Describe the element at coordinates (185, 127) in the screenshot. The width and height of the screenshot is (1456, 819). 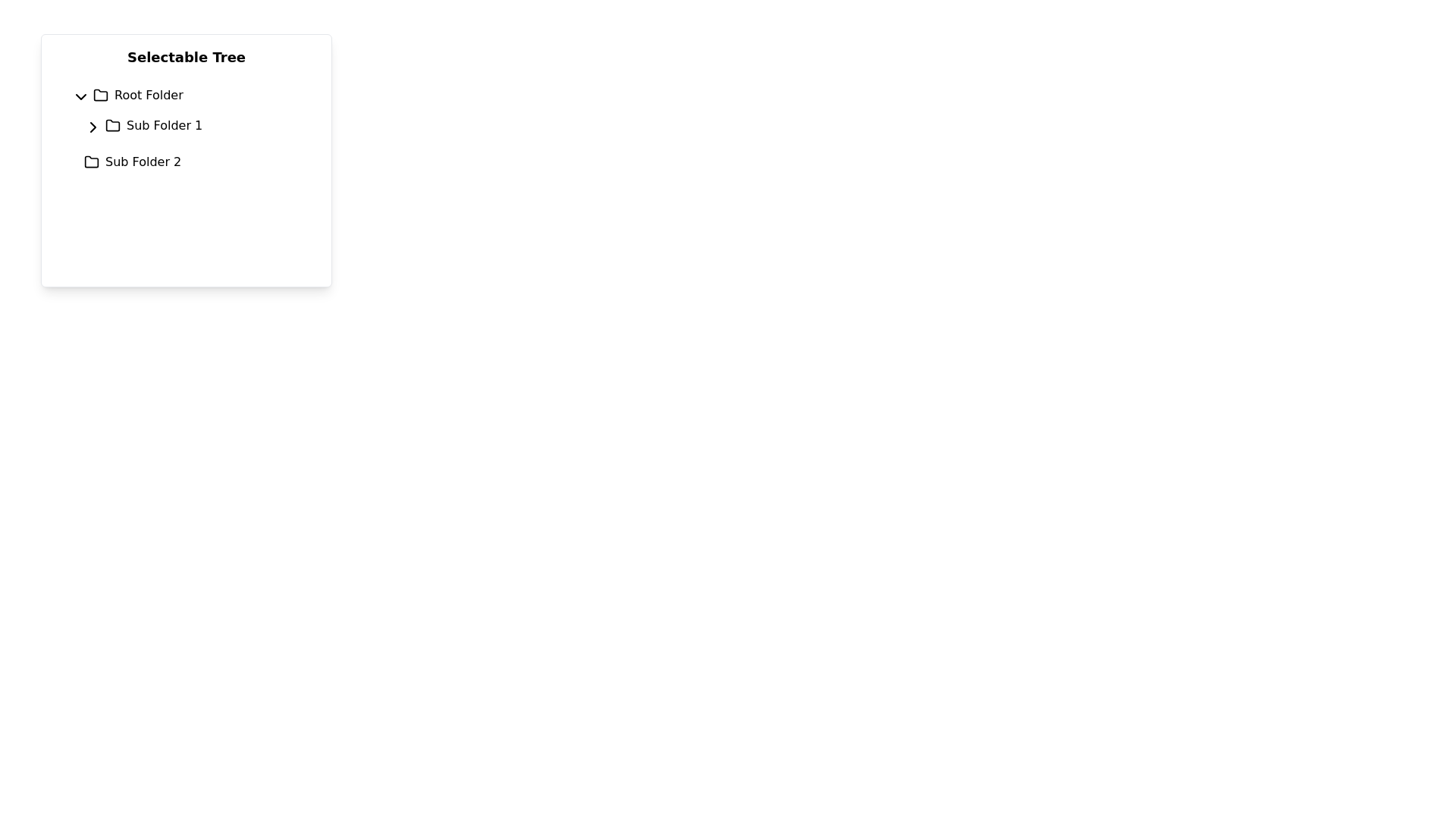
I see `the Tree View element displaying a hierarchical structure with a root folder named 'Root Folder' and two subfolders, 'Sub Folder 1' and 'Sub Folder 2', located within the 'Selectable Tree' card` at that location.